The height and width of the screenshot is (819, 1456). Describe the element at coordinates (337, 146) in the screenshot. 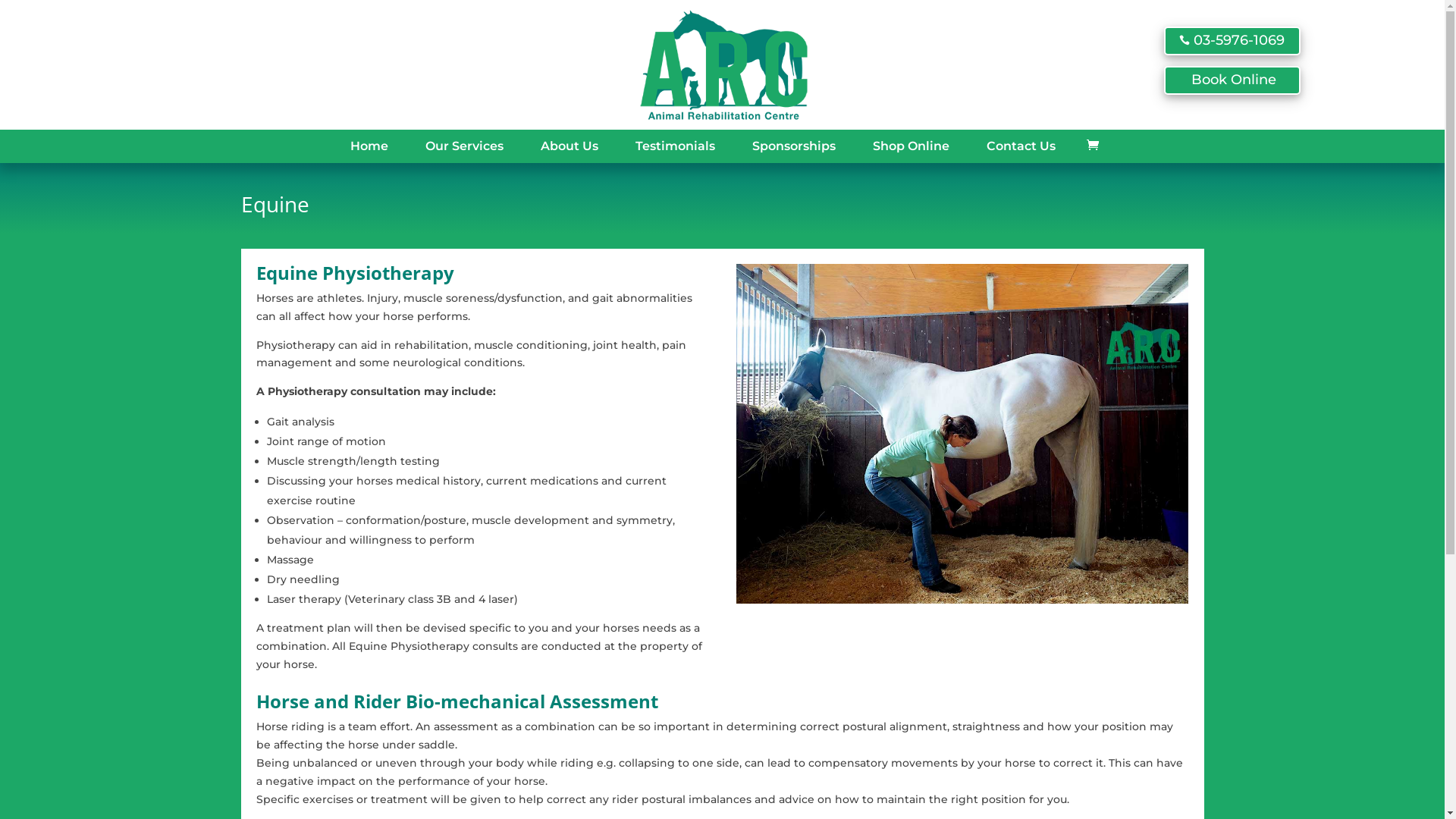

I see `'Home'` at that location.